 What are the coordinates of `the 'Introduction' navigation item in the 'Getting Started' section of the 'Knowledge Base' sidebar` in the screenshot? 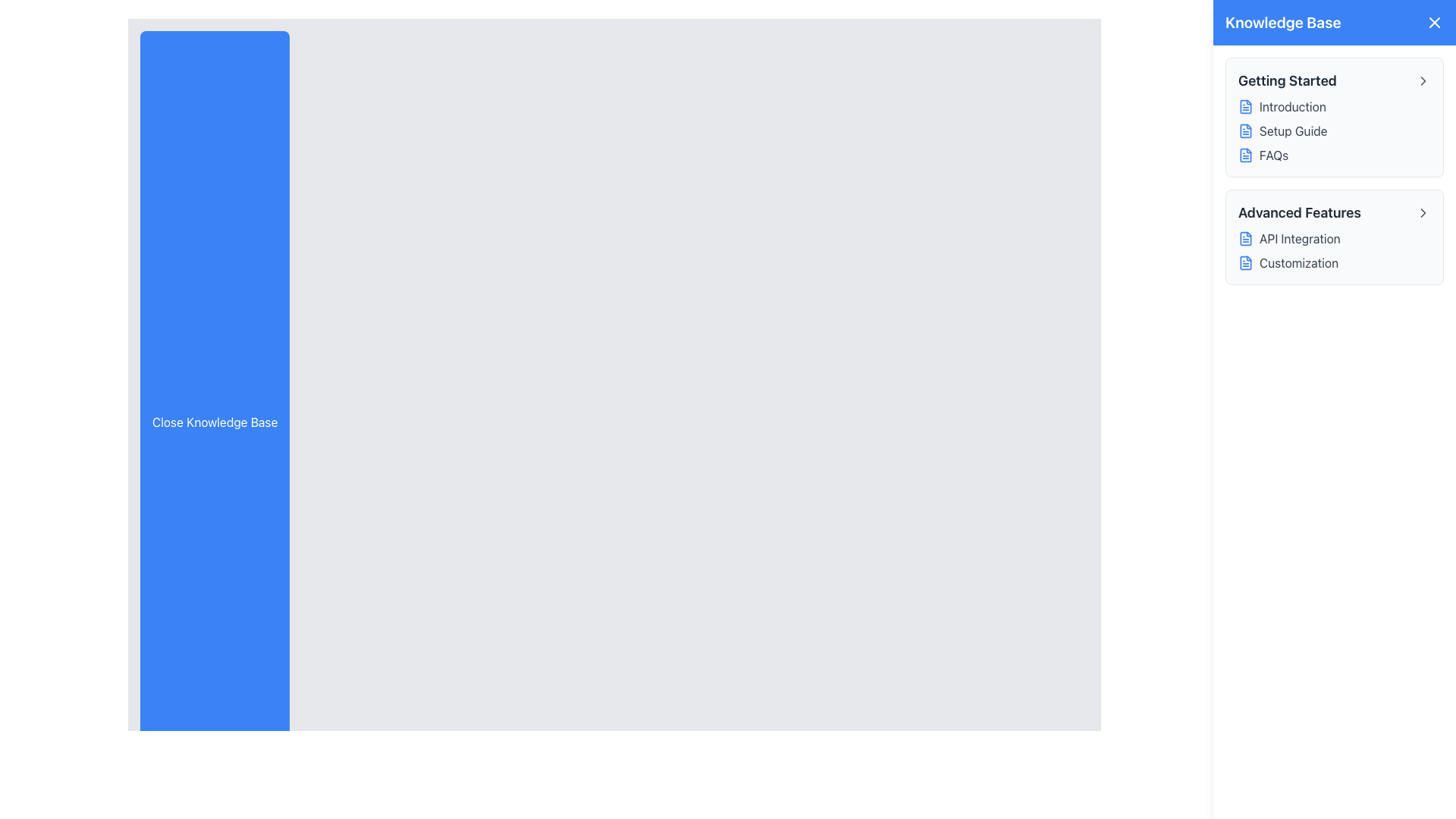 It's located at (1335, 106).